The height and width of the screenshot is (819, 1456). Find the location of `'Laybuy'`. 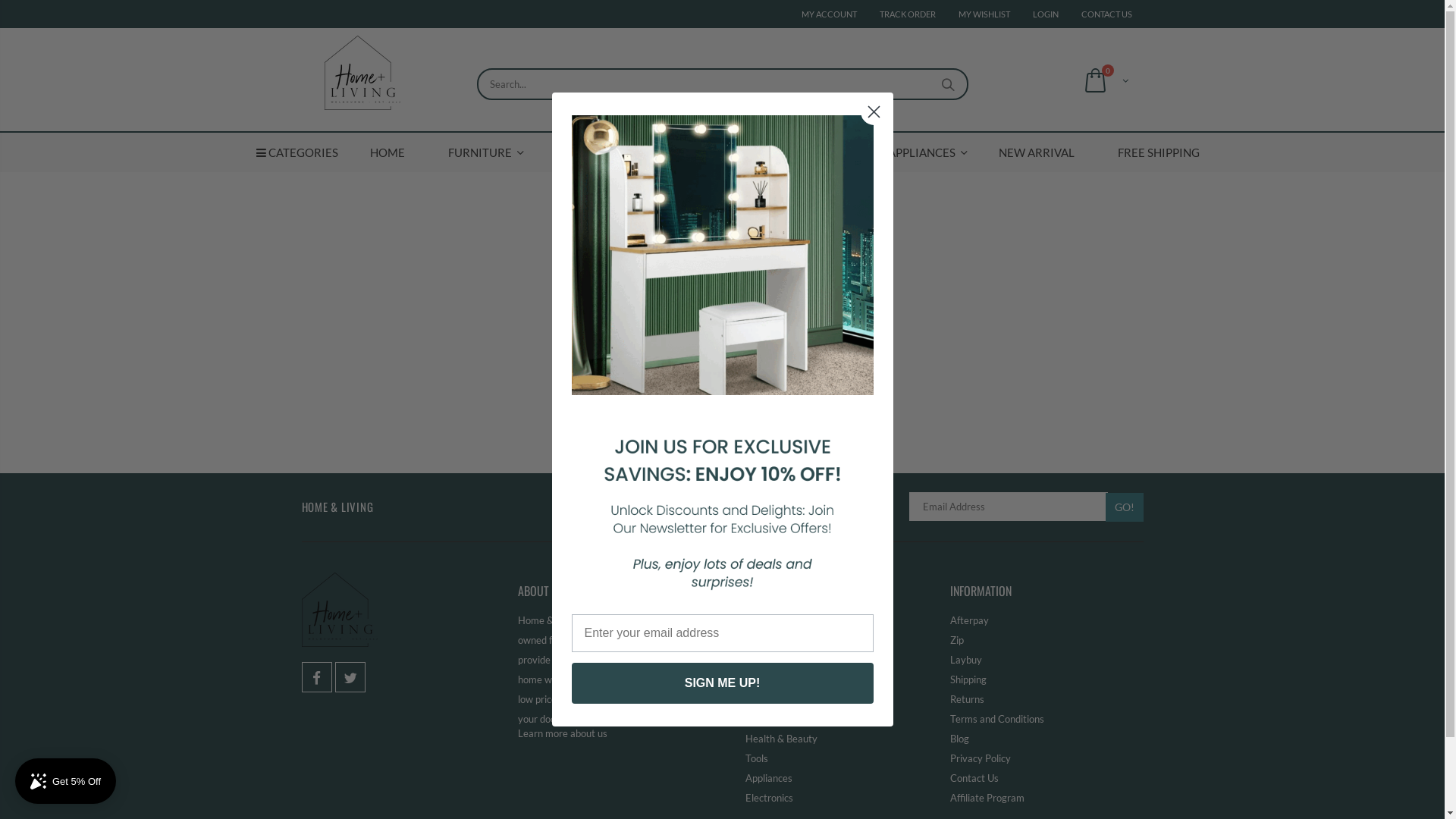

'Laybuy' is located at coordinates (949, 659).